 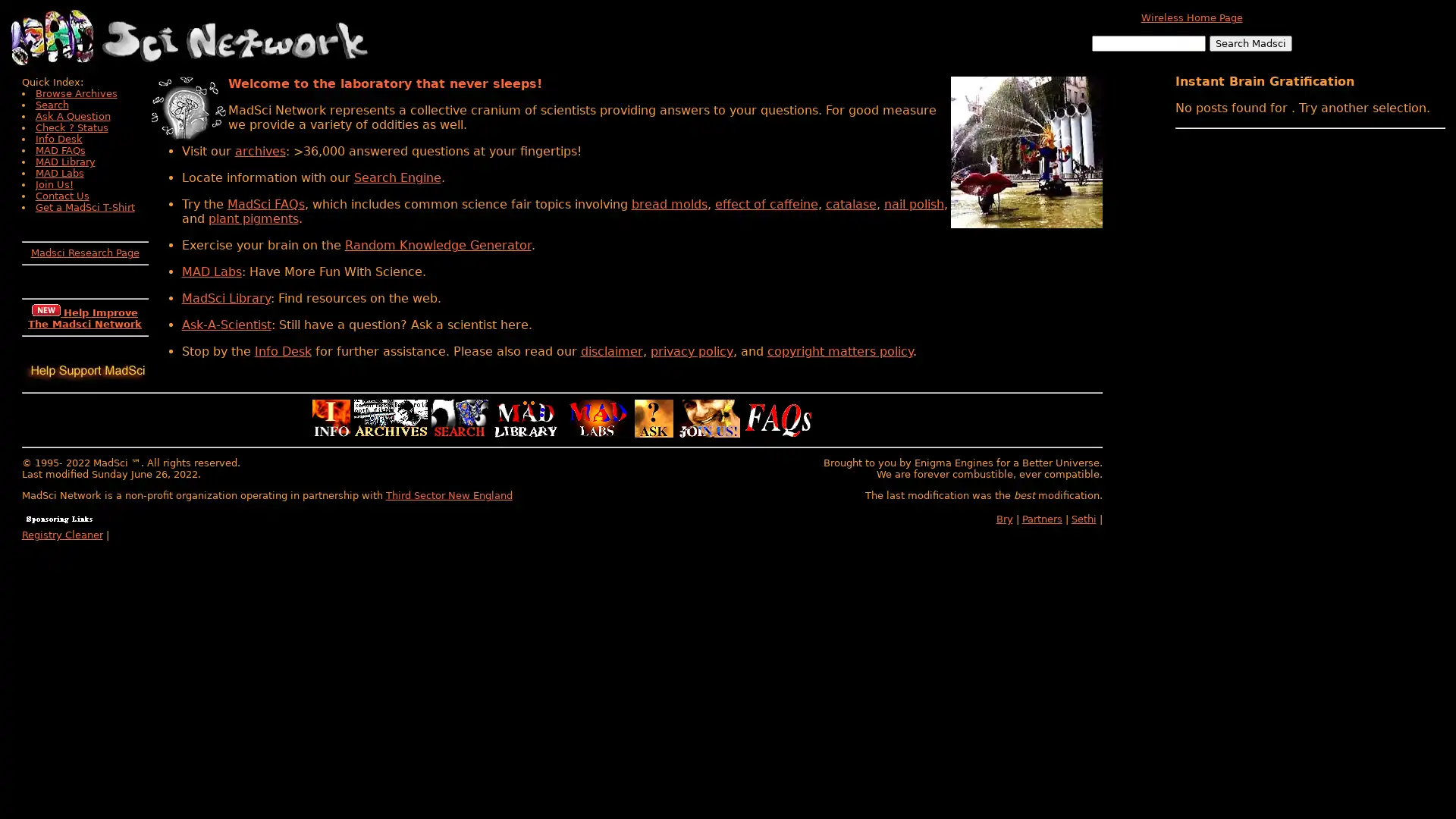 What do you see at coordinates (1250, 42) in the screenshot?
I see `Search Madsci` at bounding box center [1250, 42].